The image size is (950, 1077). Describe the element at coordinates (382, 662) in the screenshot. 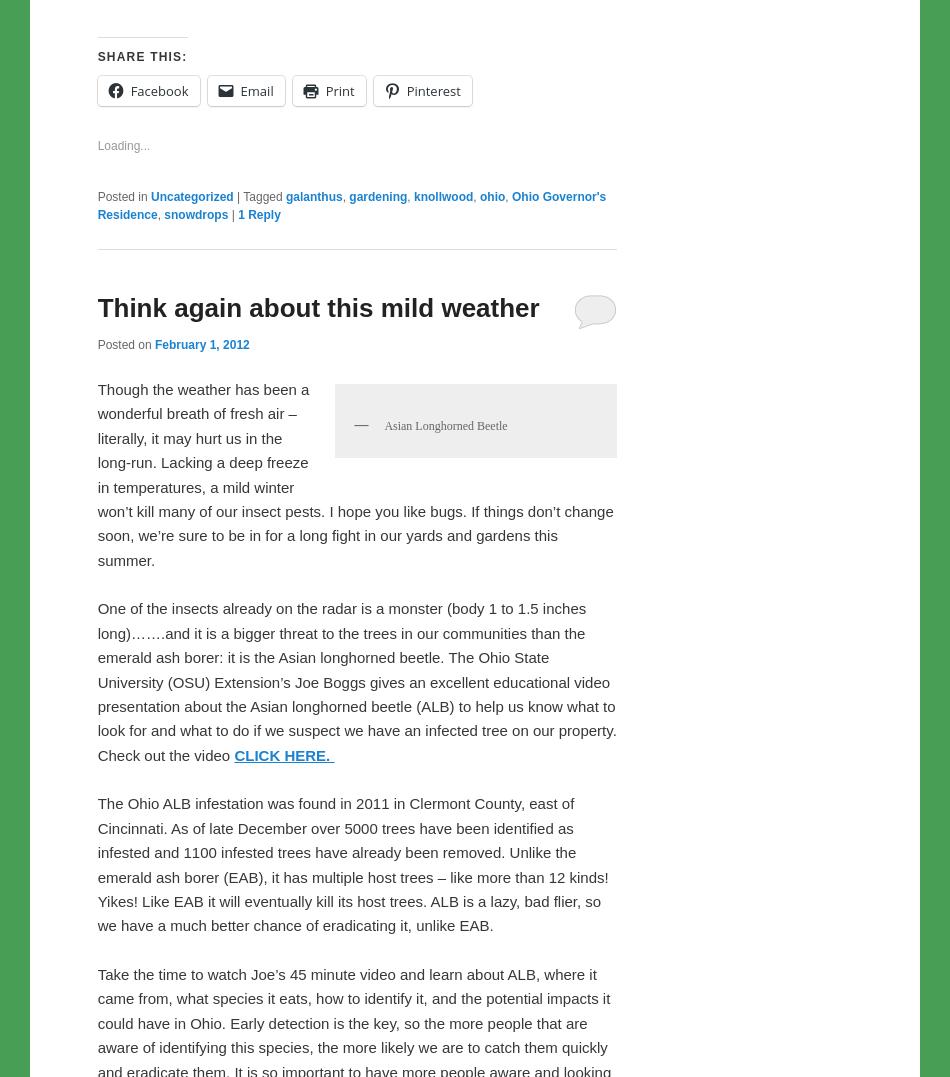

I see `'Asian Longhorned Beetle'` at that location.